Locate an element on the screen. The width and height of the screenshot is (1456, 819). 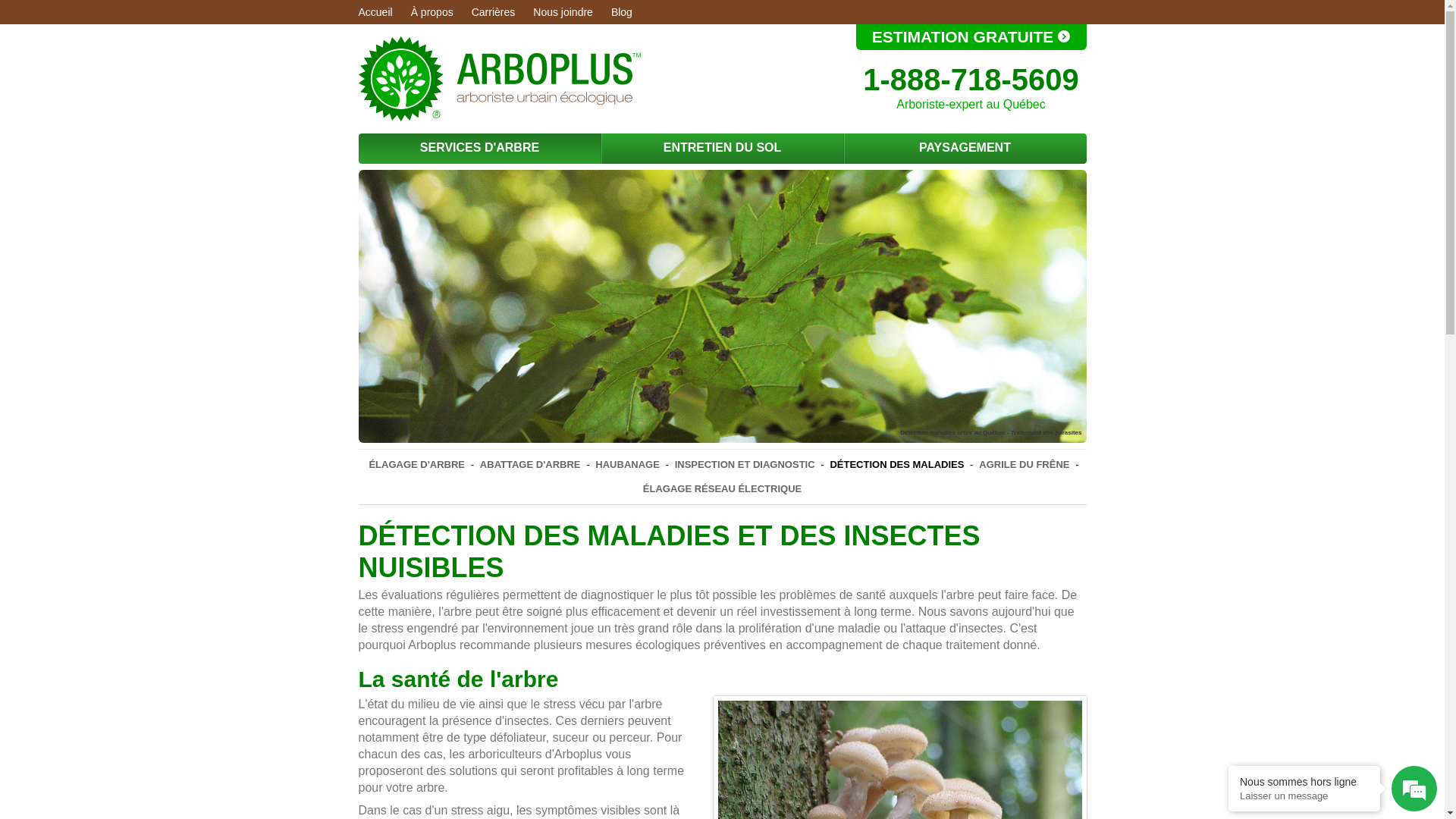
'ABATTAGE D'ARBRE' is located at coordinates (530, 463).